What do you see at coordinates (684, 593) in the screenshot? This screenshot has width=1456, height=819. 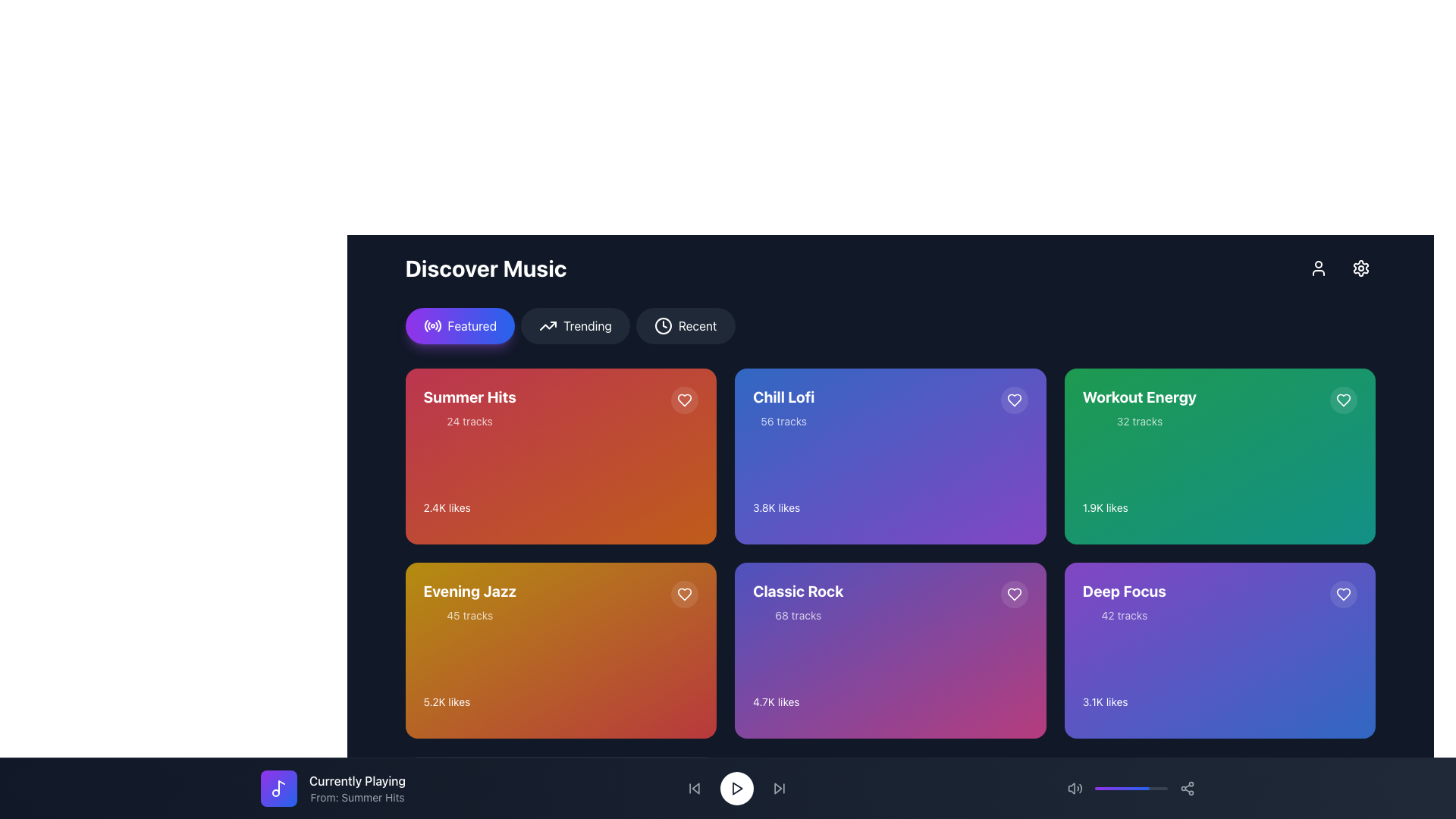 I see `the interactive button in the bottom right corner of the 'Evening Jazz' card to like or favorite the playlist` at bounding box center [684, 593].